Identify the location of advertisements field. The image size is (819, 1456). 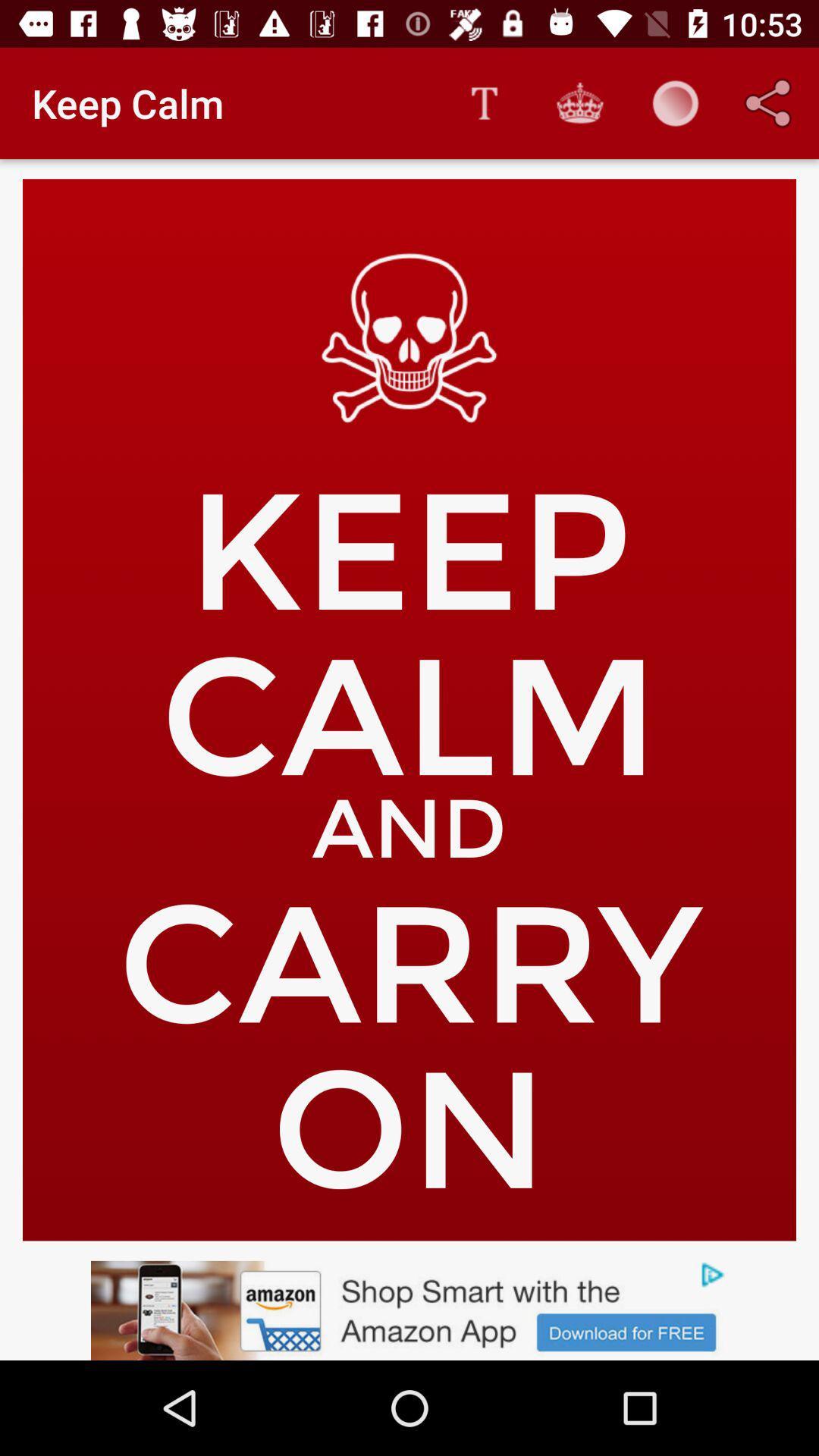
(409, 1310).